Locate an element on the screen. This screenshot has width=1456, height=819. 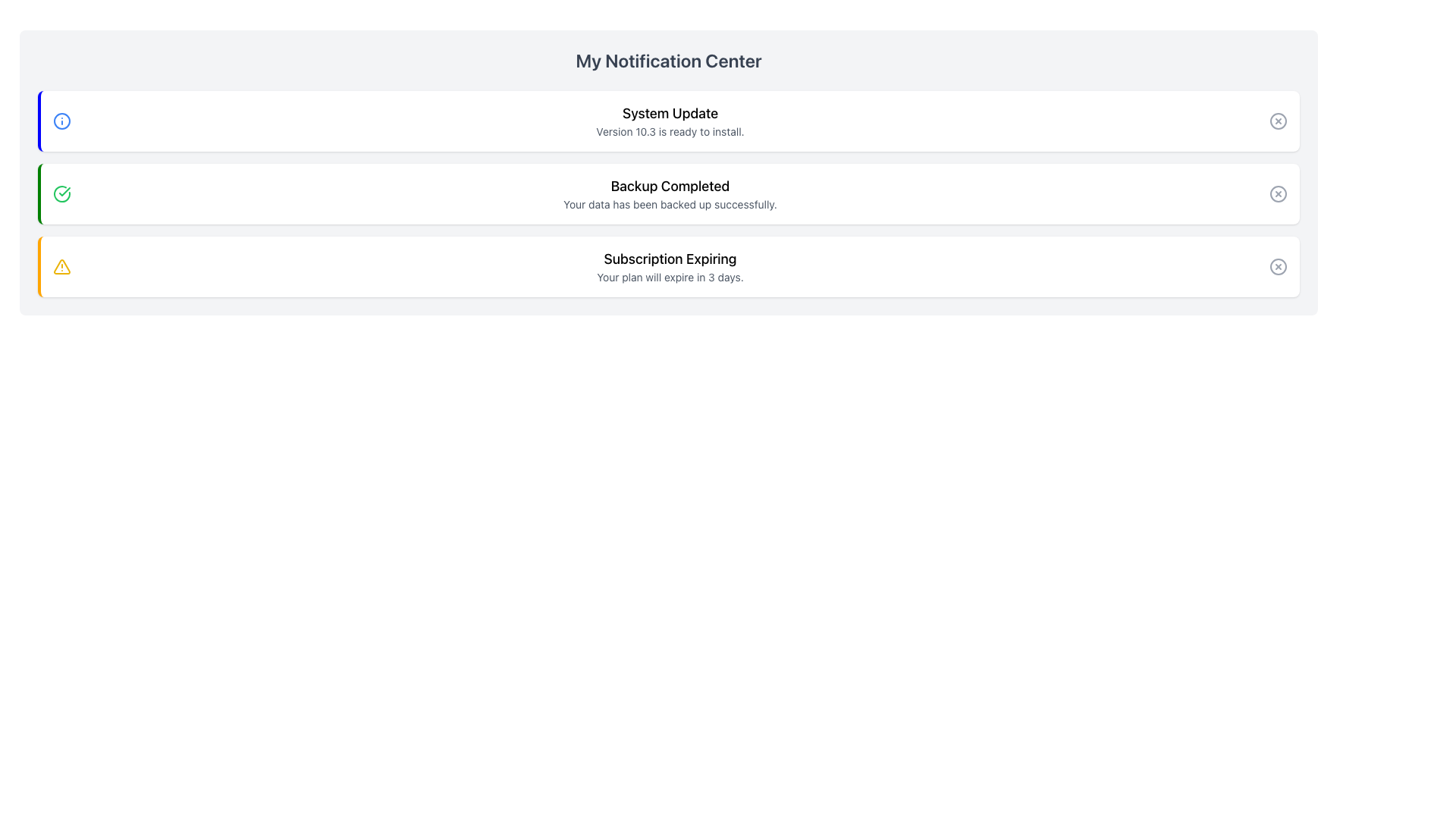
the circular close button with an 'X' icon located at the right side of the 'System Update' notification card is located at coordinates (1277, 120).